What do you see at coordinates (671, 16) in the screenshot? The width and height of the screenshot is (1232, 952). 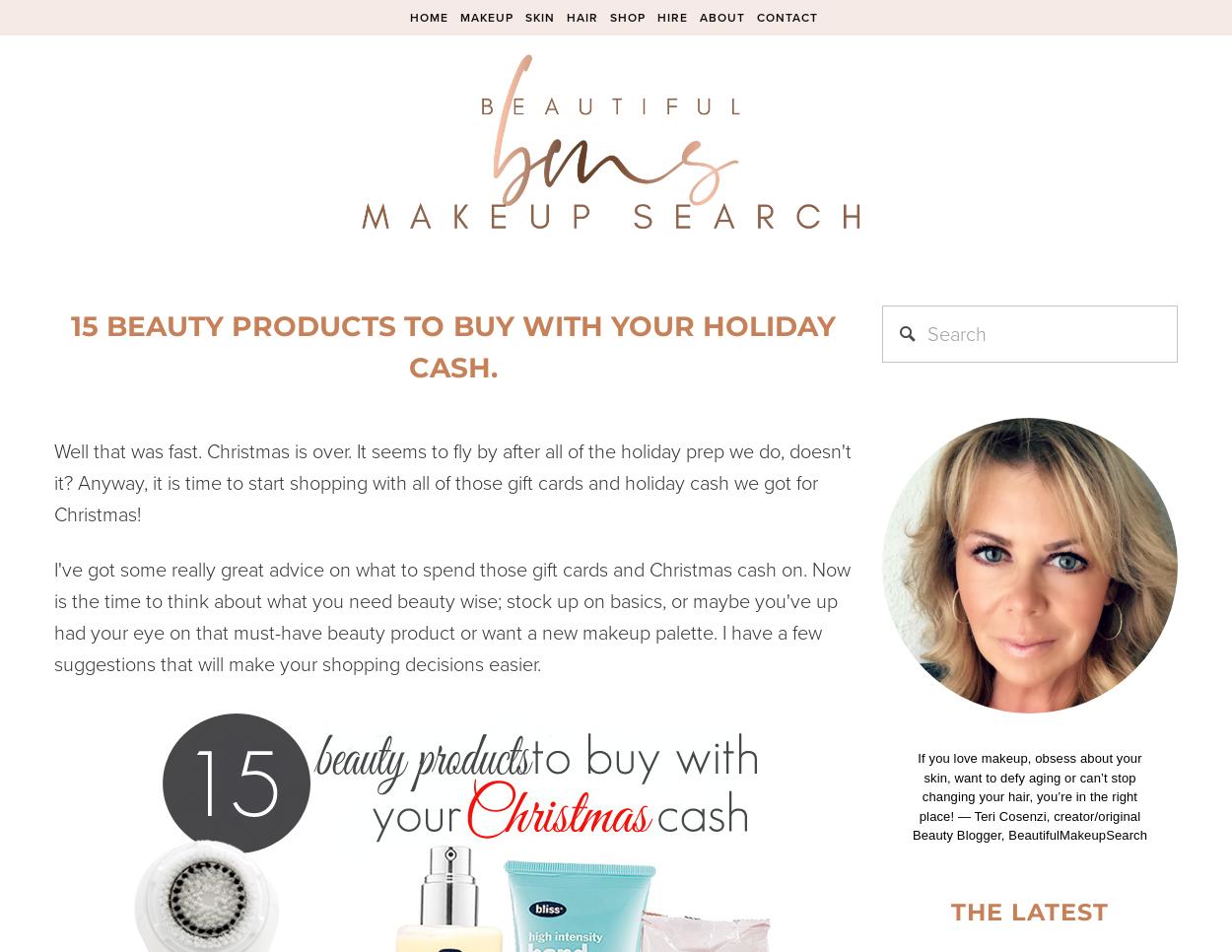 I see `'Hire'` at bounding box center [671, 16].